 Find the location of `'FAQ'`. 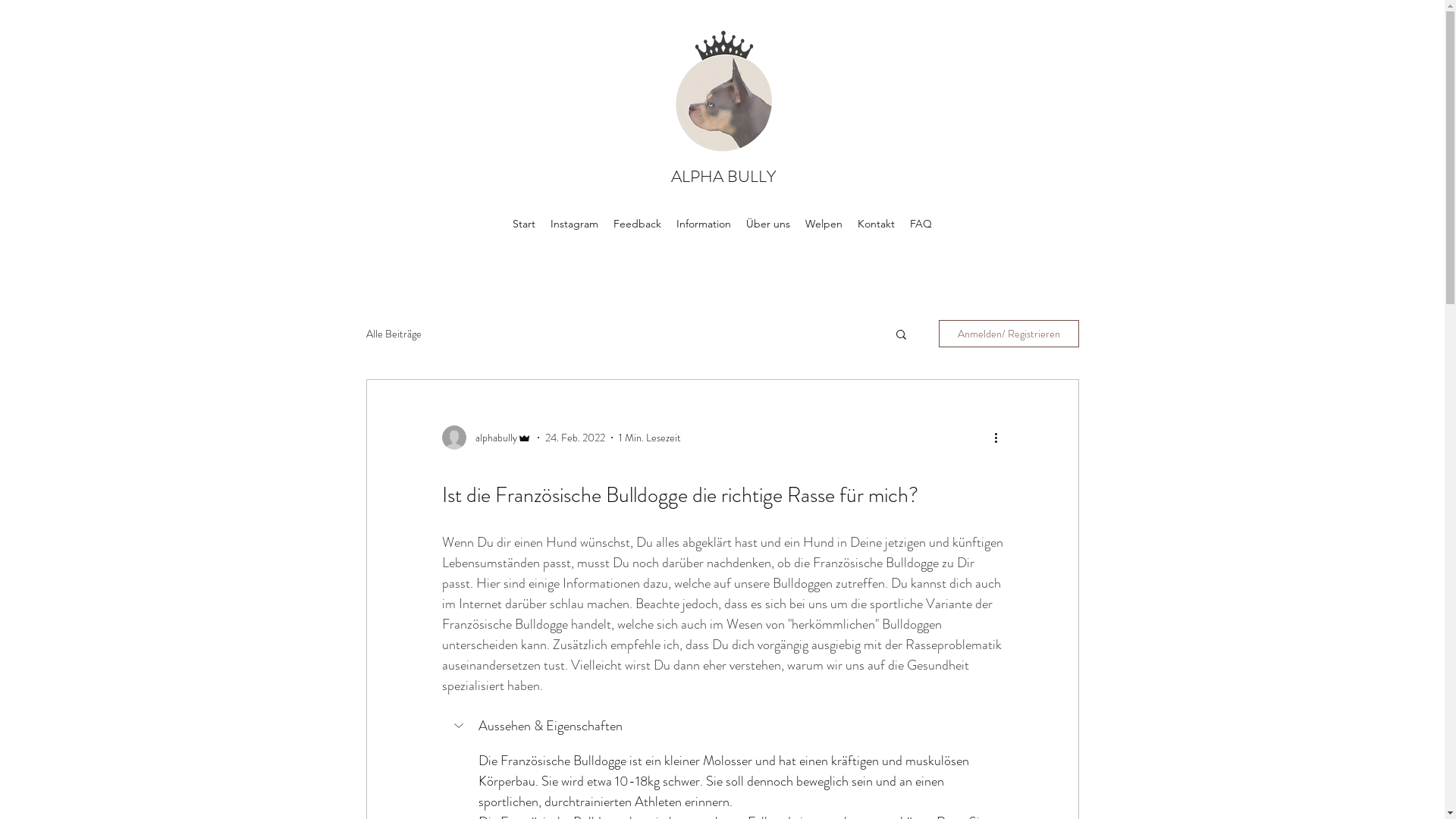

'FAQ' is located at coordinates (920, 223).